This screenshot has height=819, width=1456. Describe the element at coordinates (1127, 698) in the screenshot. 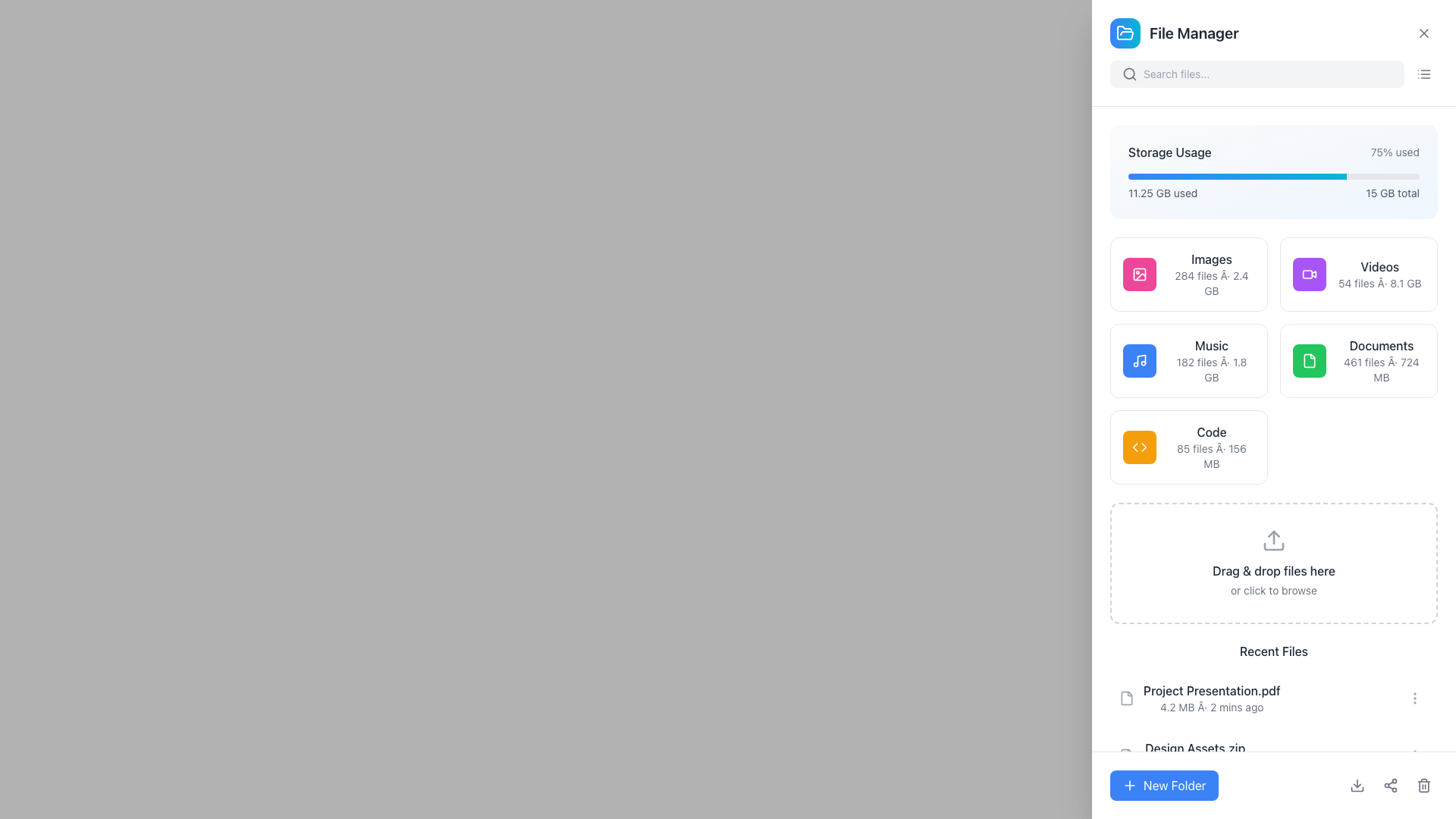

I see `the file icon representing 'Project Presentation.pdf', which is a gray document icon with a folded corner located in the 'Recent Files' section` at that location.